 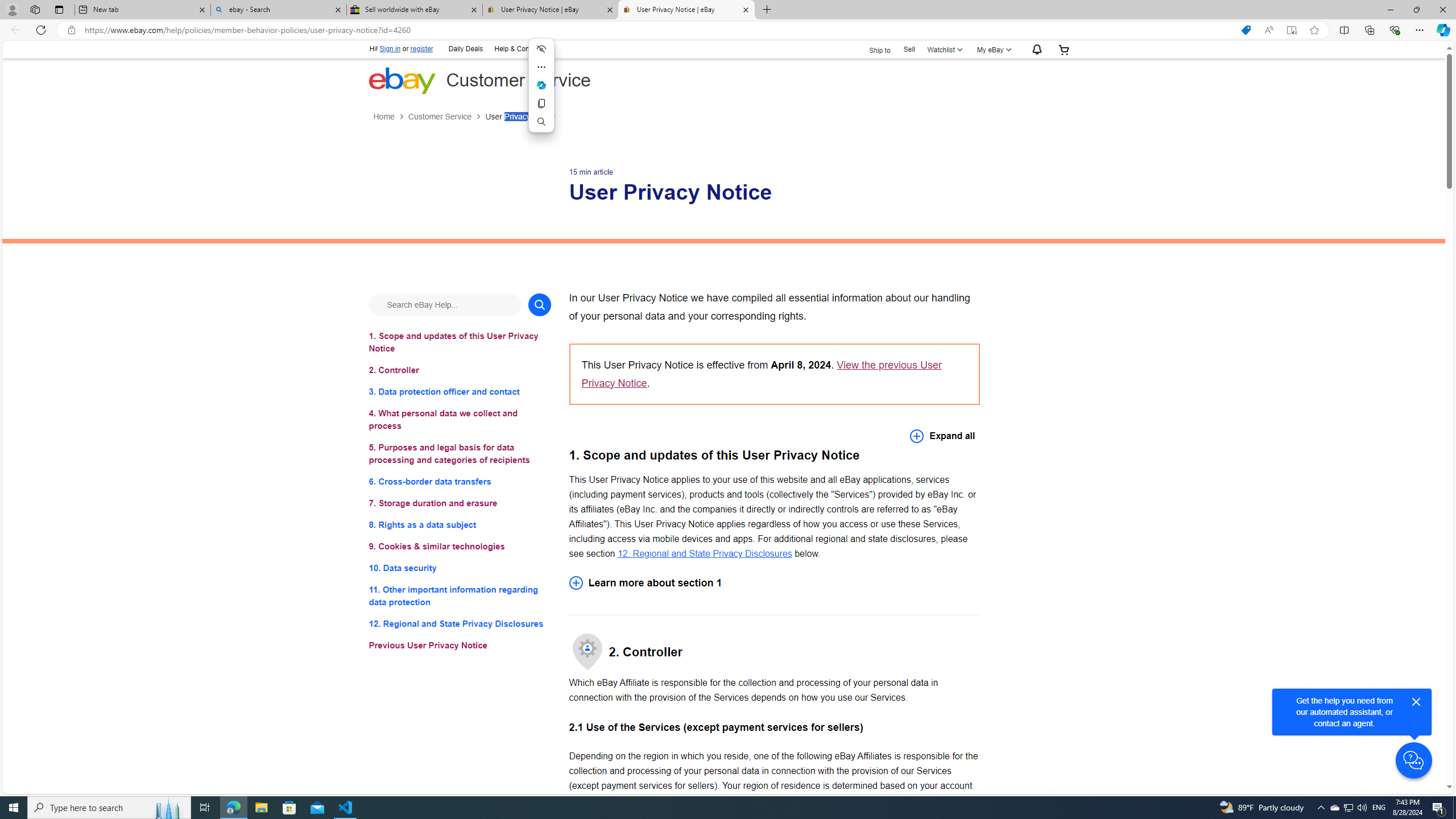 What do you see at coordinates (421, 48) in the screenshot?
I see `'register'` at bounding box center [421, 48].